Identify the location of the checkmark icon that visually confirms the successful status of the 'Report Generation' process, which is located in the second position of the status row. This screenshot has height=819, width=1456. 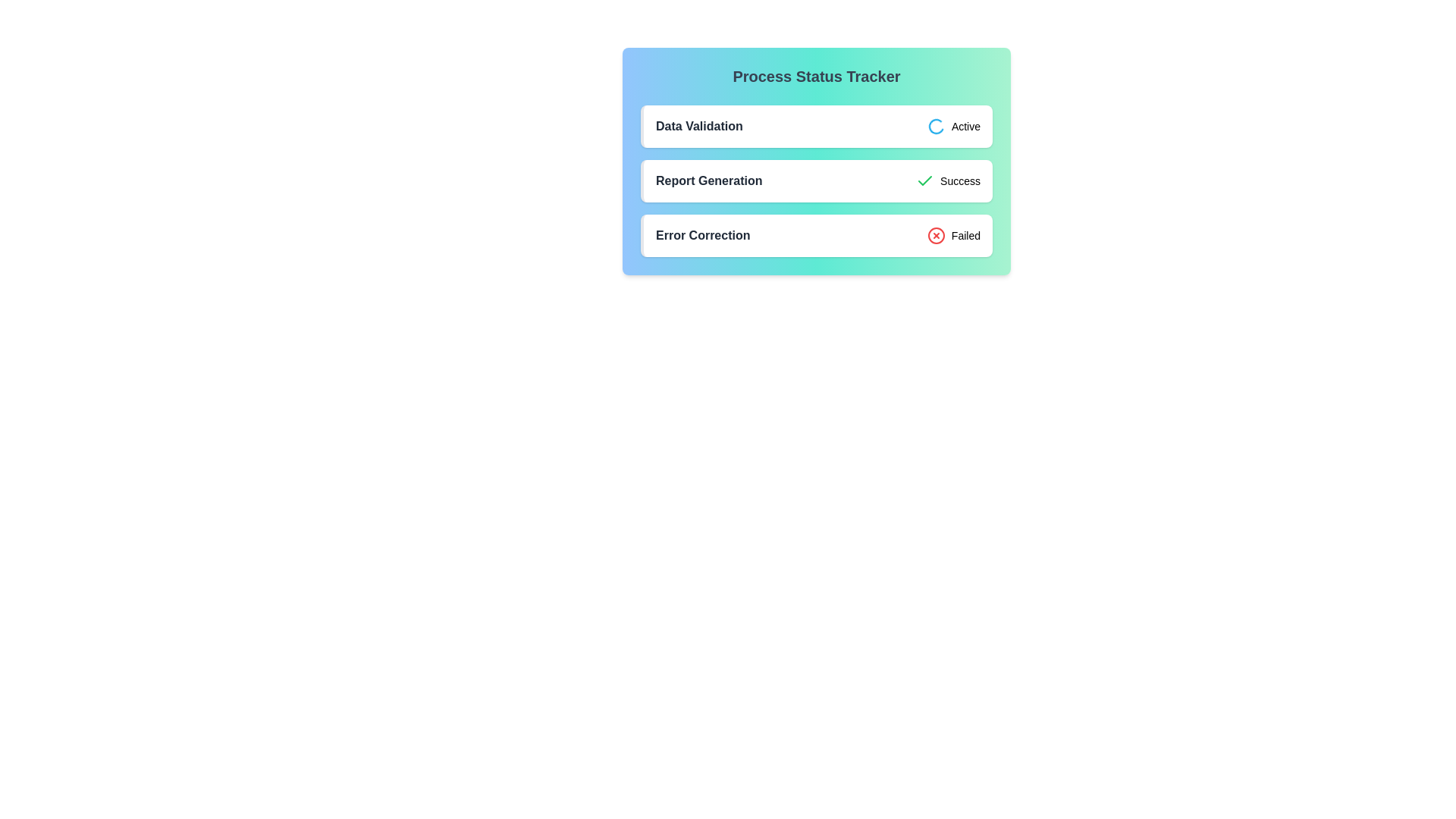
(924, 180).